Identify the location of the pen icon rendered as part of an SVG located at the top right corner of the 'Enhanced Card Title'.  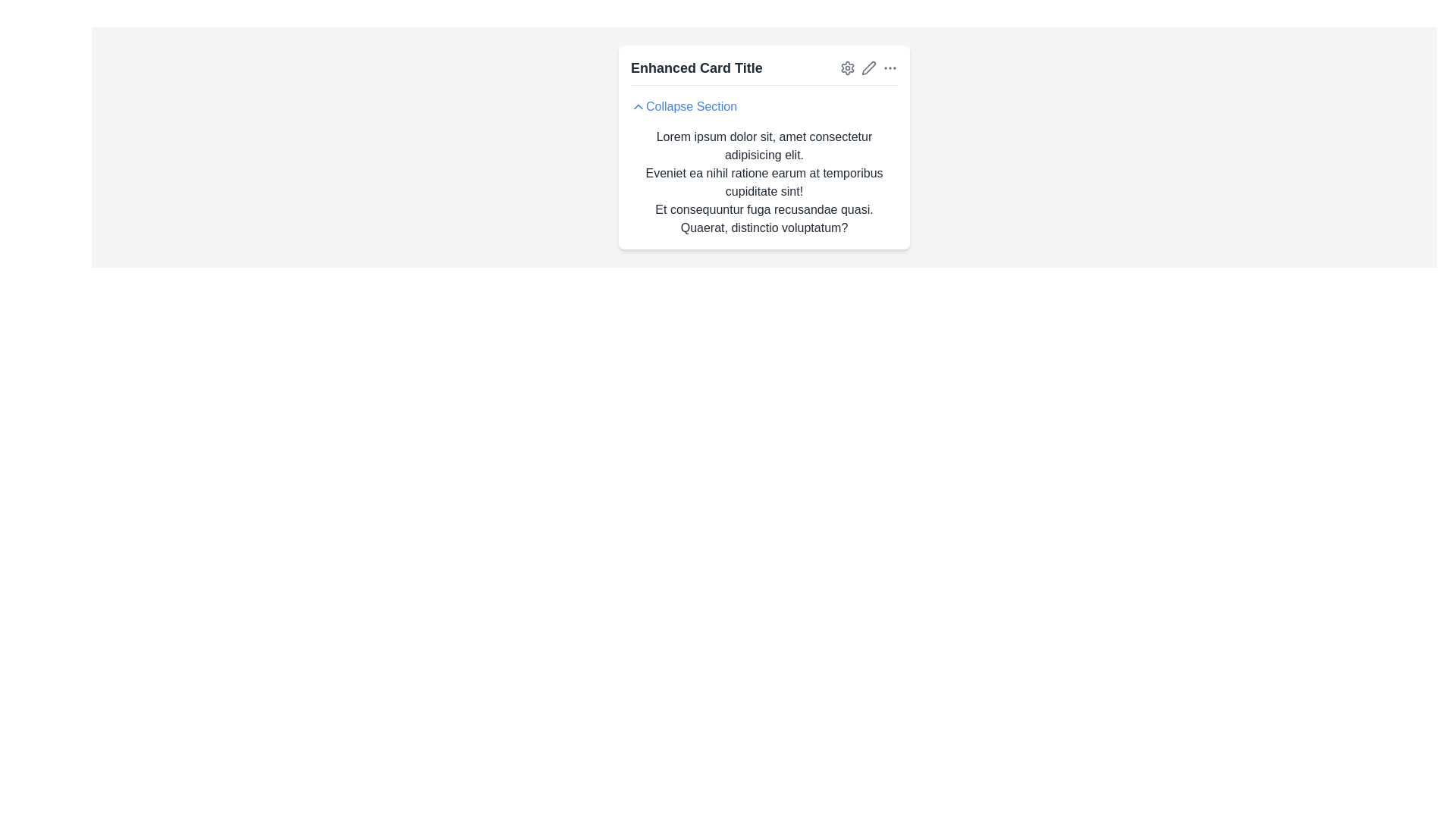
(869, 66).